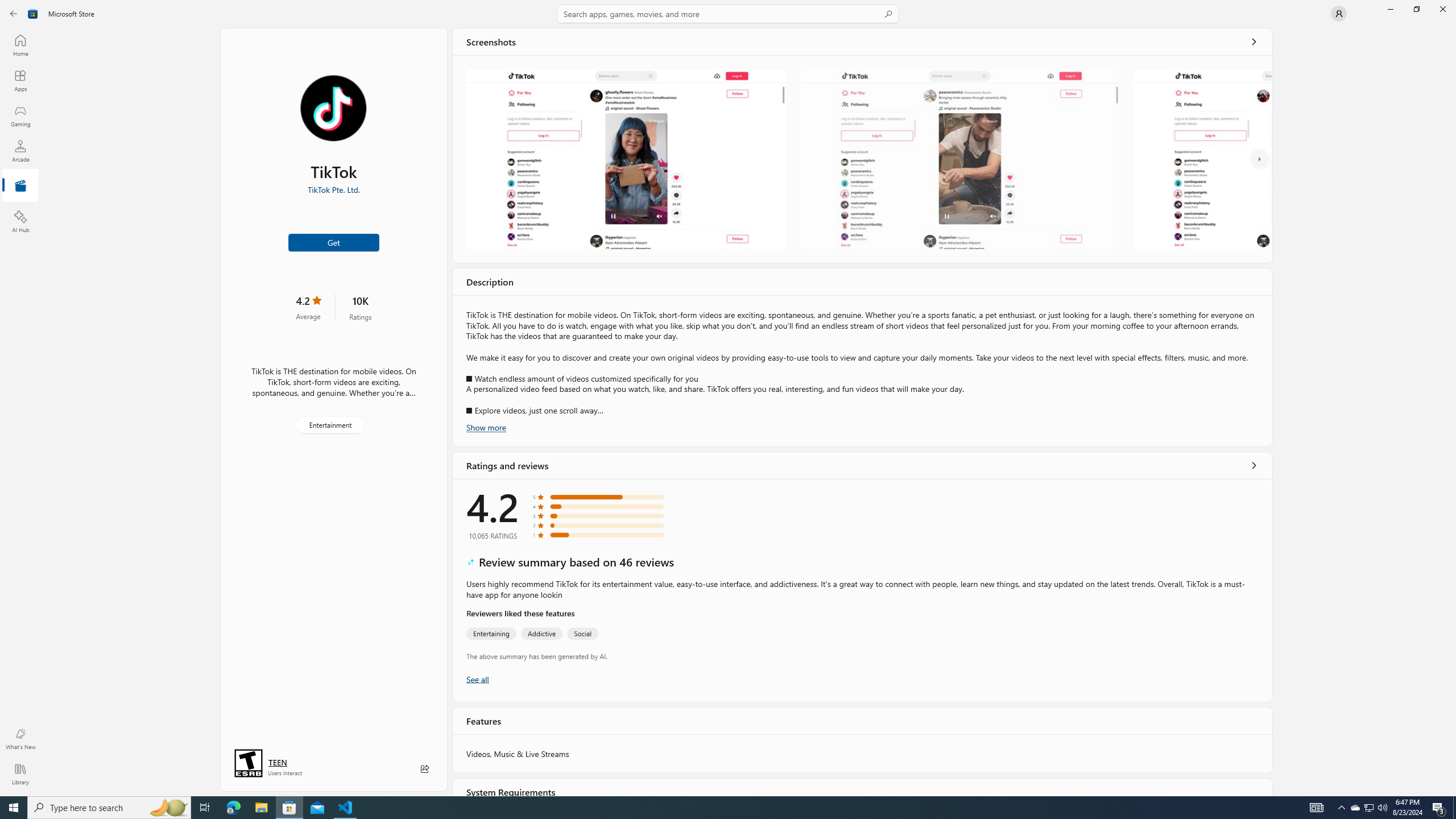  I want to click on 'What', so click(19, 738).